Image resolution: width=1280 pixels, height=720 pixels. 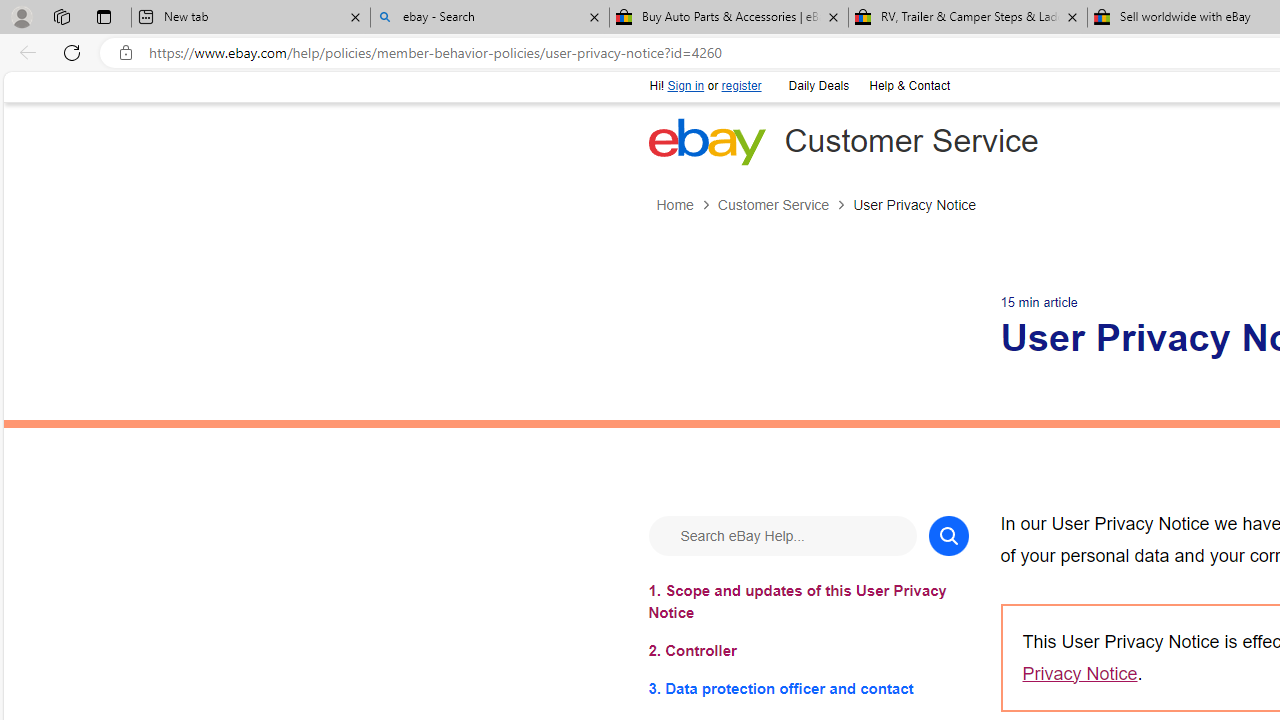 What do you see at coordinates (772, 205) in the screenshot?
I see `'Customer Service'` at bounding box center [772, 205].